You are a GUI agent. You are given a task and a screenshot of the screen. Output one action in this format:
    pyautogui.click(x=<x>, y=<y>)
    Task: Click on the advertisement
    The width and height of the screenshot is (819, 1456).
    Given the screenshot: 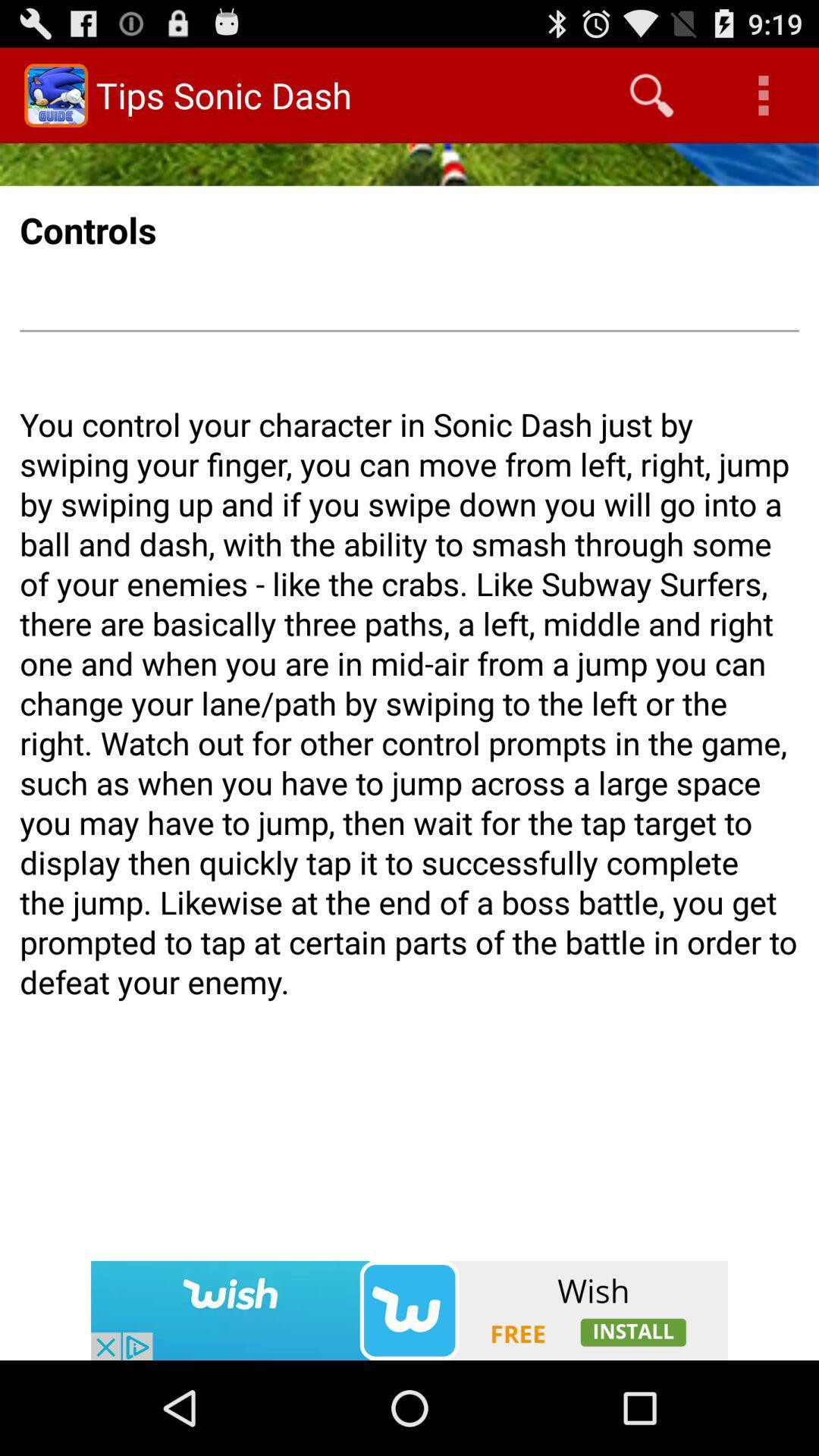 What is the action you would take?
    pyautogui.click(x=409, y=1310)
    